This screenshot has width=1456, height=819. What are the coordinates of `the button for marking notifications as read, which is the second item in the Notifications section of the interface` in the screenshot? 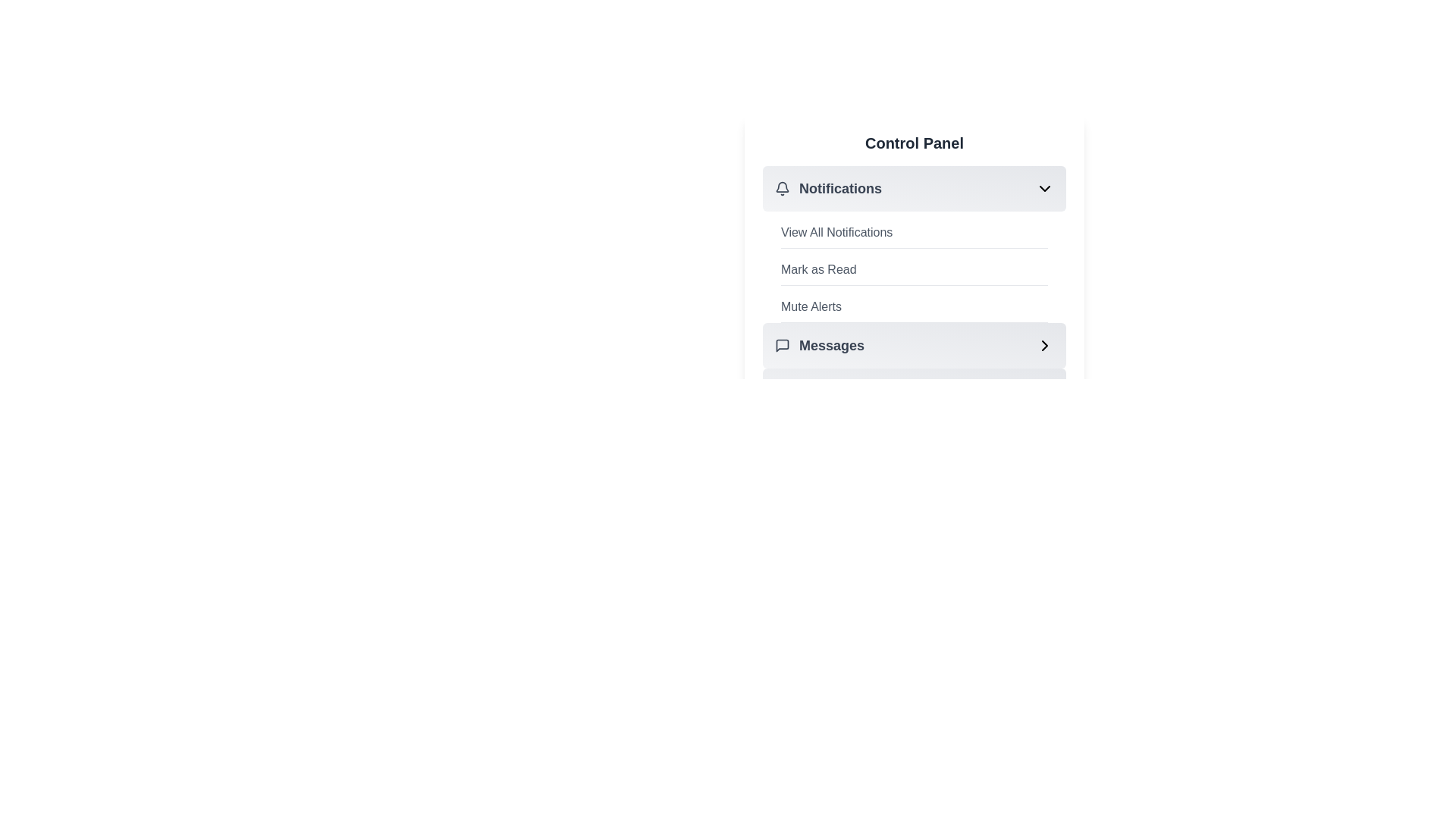 It's located at (913, 269).